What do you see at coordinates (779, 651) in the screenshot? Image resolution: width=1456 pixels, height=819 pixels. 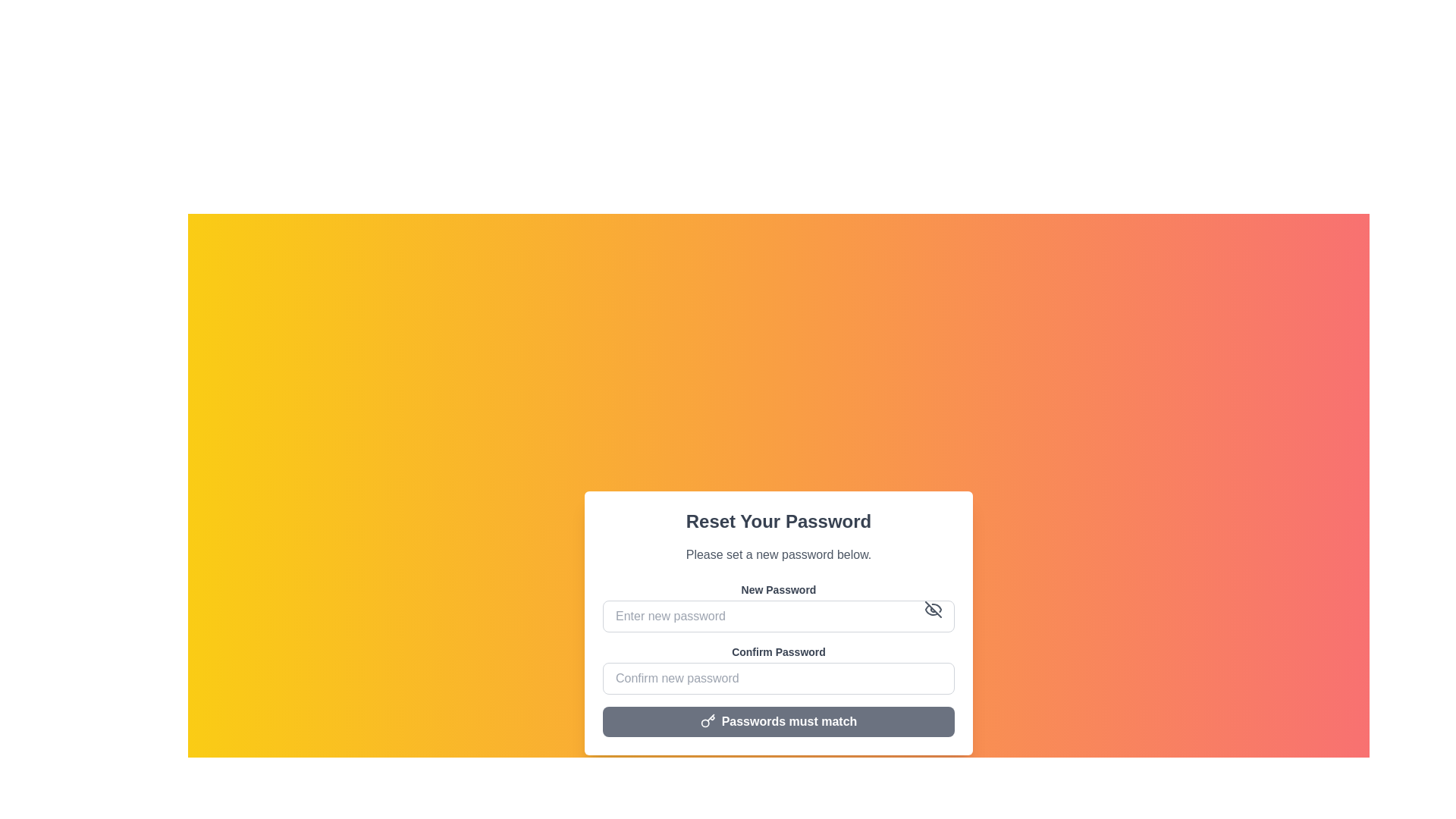 I see `the label associated with the password confirmation input field in the 'Reset Your Password' form` at bounding box center [779, 651].